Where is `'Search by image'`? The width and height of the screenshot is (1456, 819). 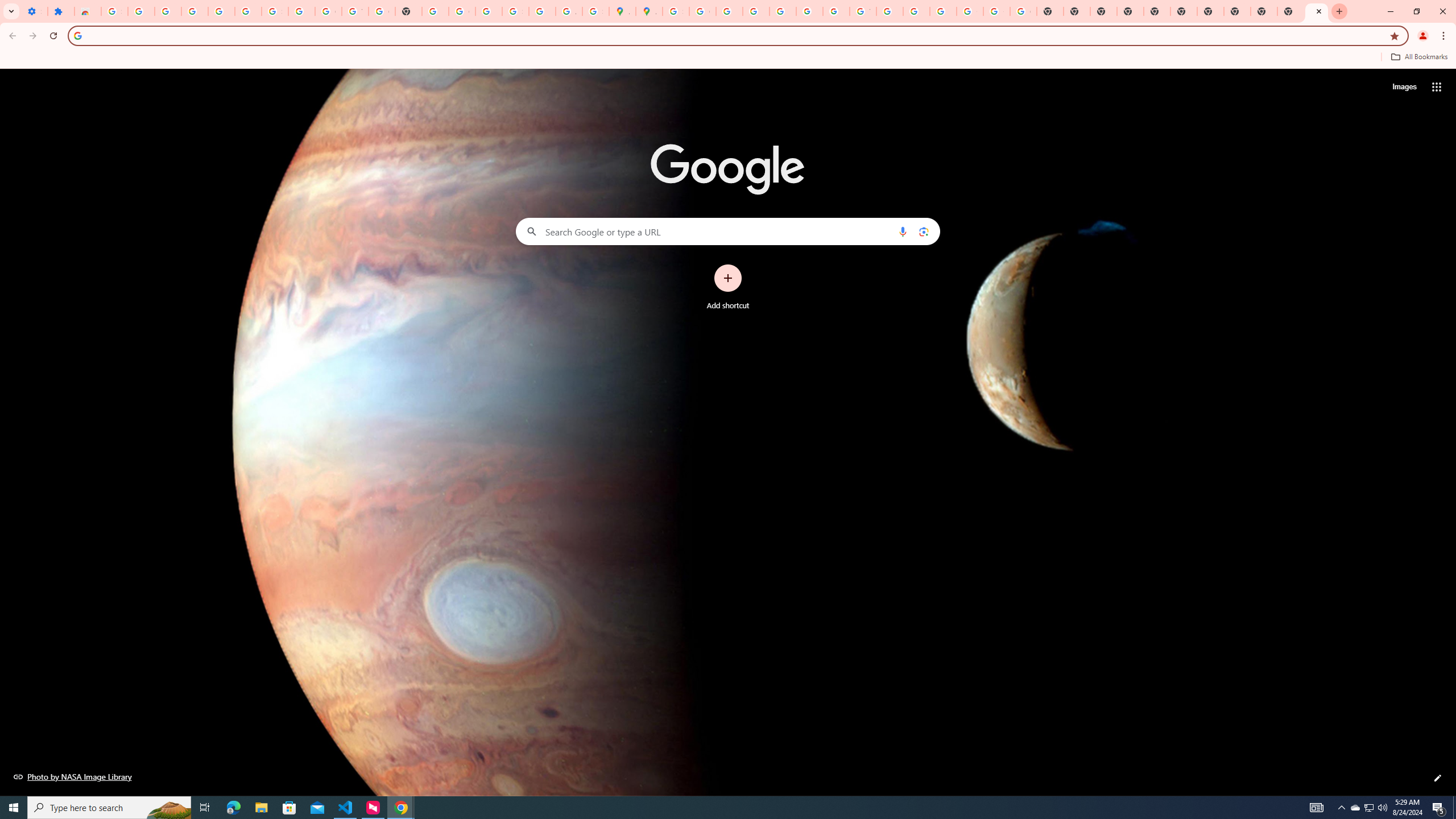 'Search by image' is located at coordinates (923, 230).